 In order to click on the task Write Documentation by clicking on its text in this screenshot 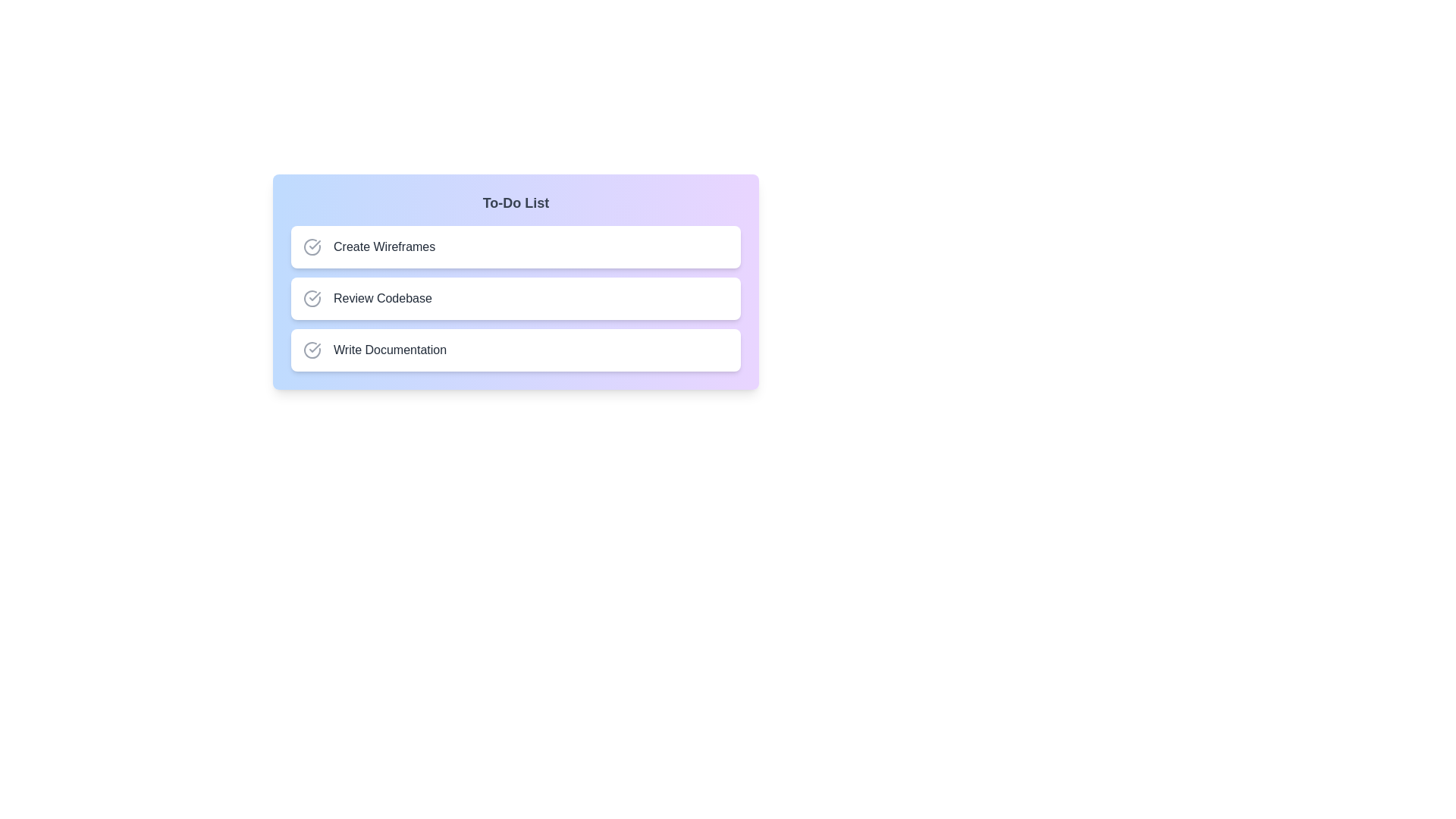, I will do `click(390, 350)`.